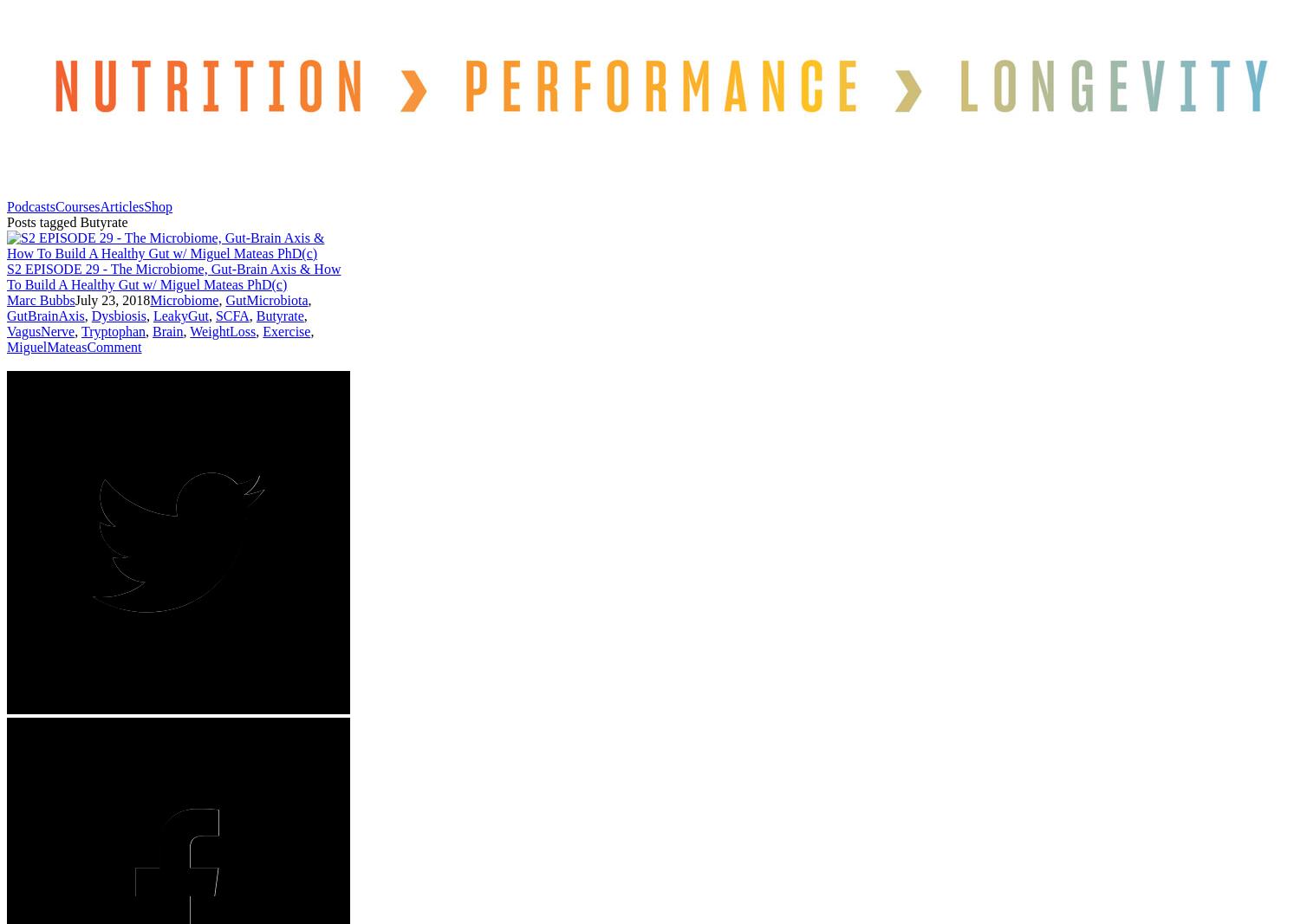 Image resolution: width=1307 pixels, height=924 pixels. What do you see at coordinates (118, 315) in the screenshot?
I see `'Dysbiosis'` at bounding box center [118, 315].